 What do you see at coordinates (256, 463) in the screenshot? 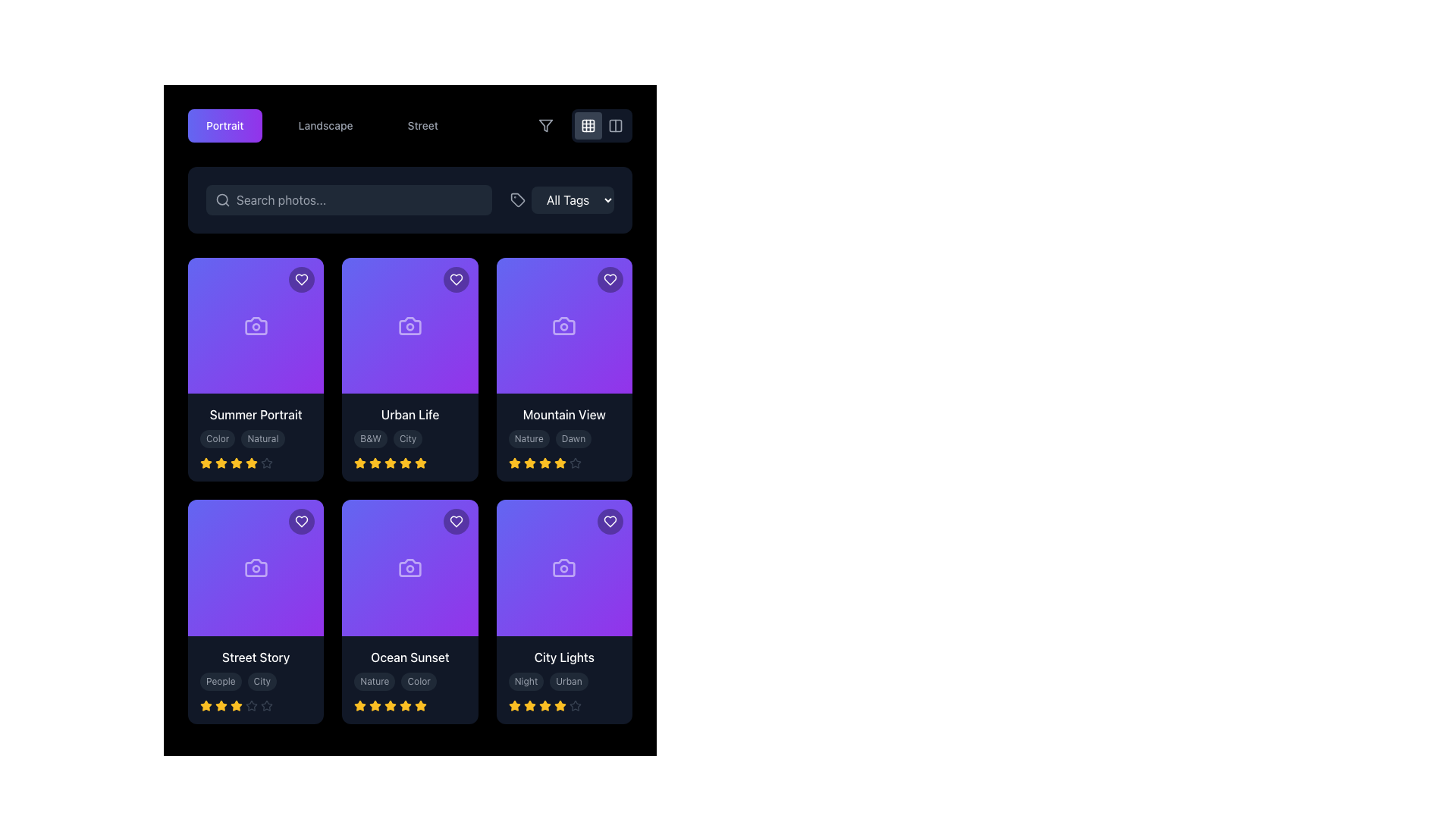
I see `the rating indicator composed of star icons located below the text 'Summer Portrait' to visually associate the rating with the respective item` at bounding box center [256, 463].